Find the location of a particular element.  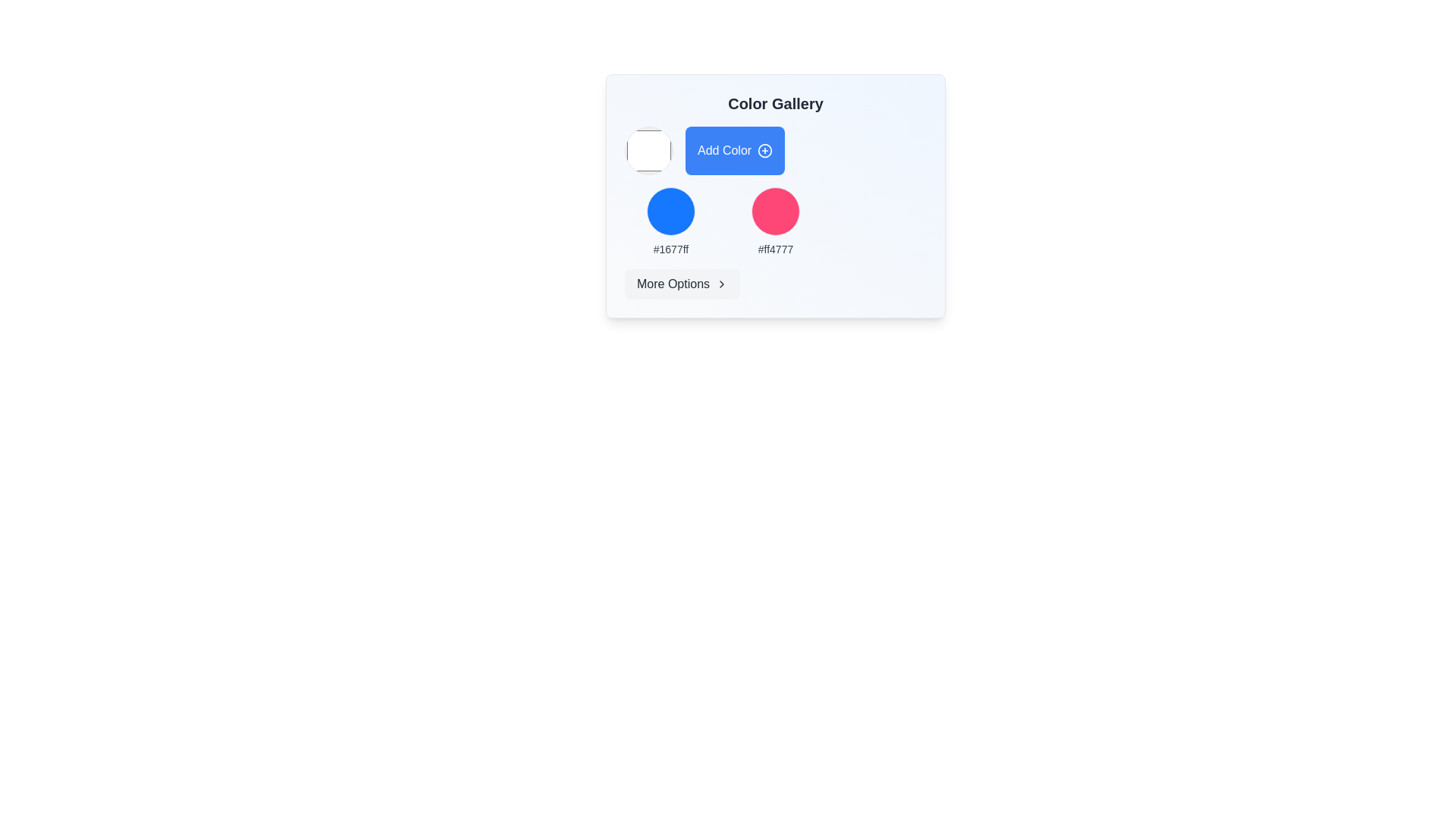

the blue color preview circle (#1677ff) is located at coordinates (670, 211).